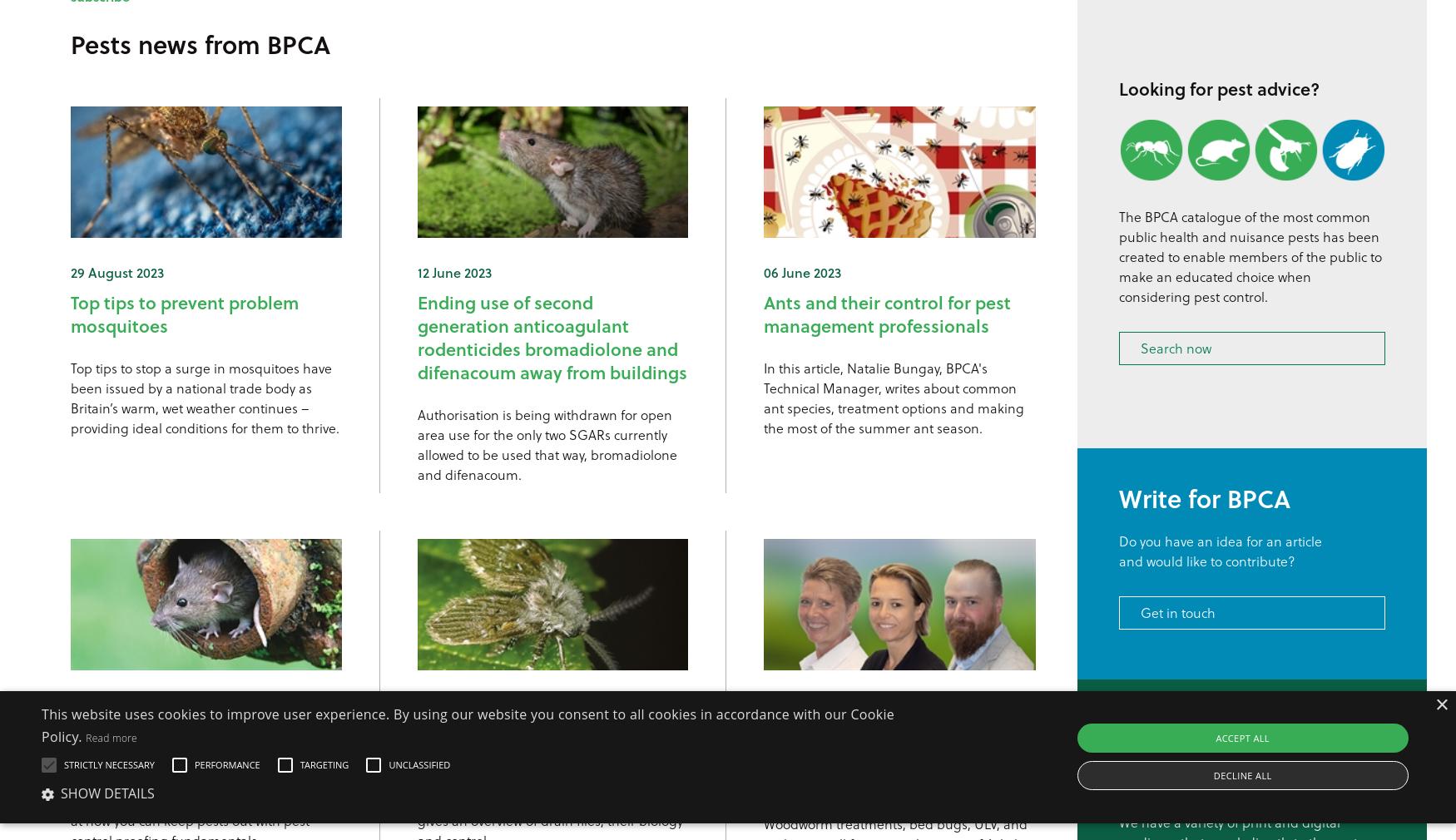 This screenshot has width=1456, height=840. Describe the element at coordinates (1119, 753) in the screenshot. I see `'Want to reach the pest management industry?'` at that location.